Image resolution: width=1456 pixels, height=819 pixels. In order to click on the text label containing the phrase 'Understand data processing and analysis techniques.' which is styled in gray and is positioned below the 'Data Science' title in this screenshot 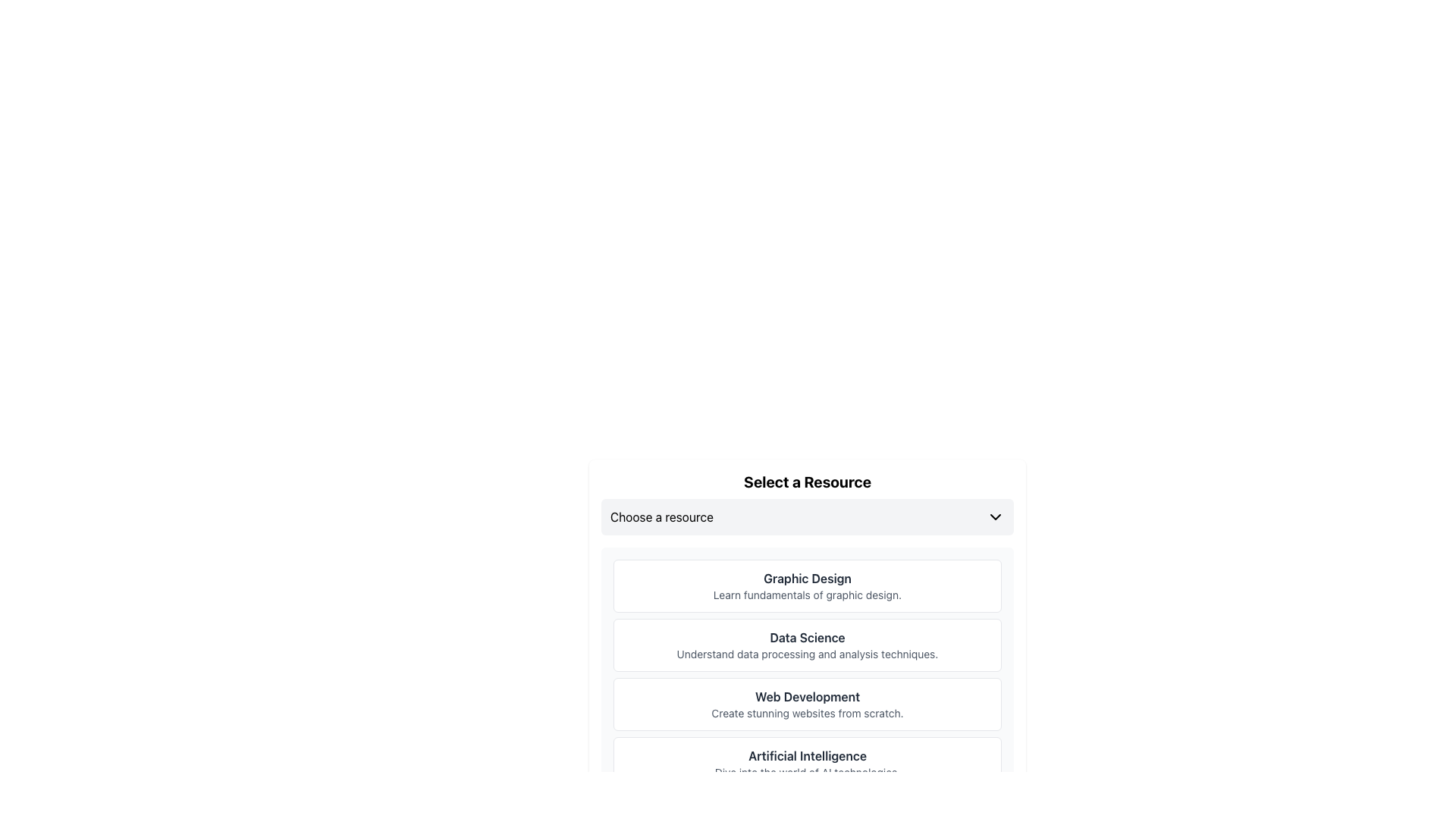, I will do `click(807, 654)`.